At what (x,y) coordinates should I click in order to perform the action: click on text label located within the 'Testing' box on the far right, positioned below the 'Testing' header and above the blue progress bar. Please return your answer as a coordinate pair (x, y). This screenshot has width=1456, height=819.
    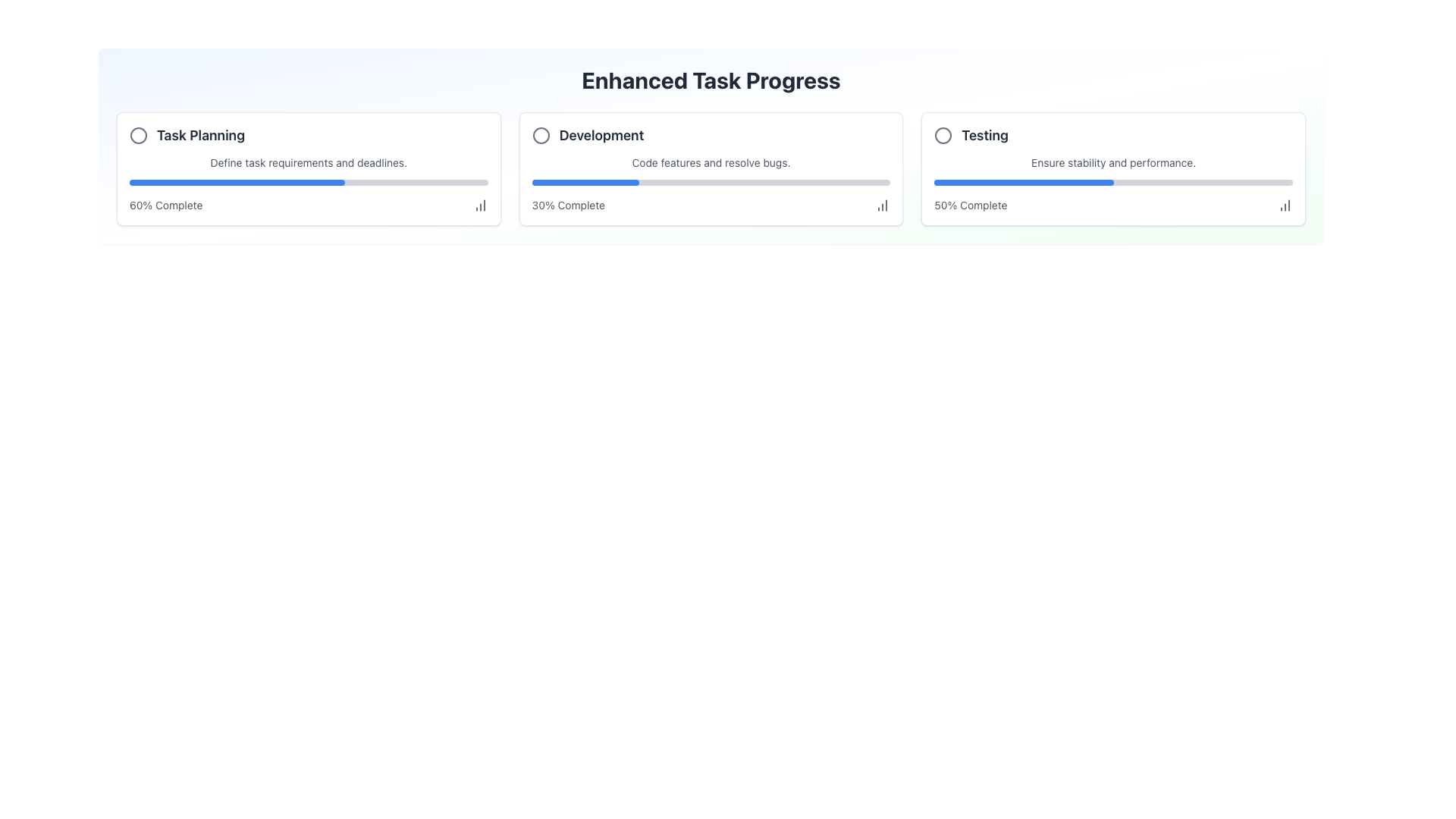
    Looking at the image, I should click on (1113, 163).